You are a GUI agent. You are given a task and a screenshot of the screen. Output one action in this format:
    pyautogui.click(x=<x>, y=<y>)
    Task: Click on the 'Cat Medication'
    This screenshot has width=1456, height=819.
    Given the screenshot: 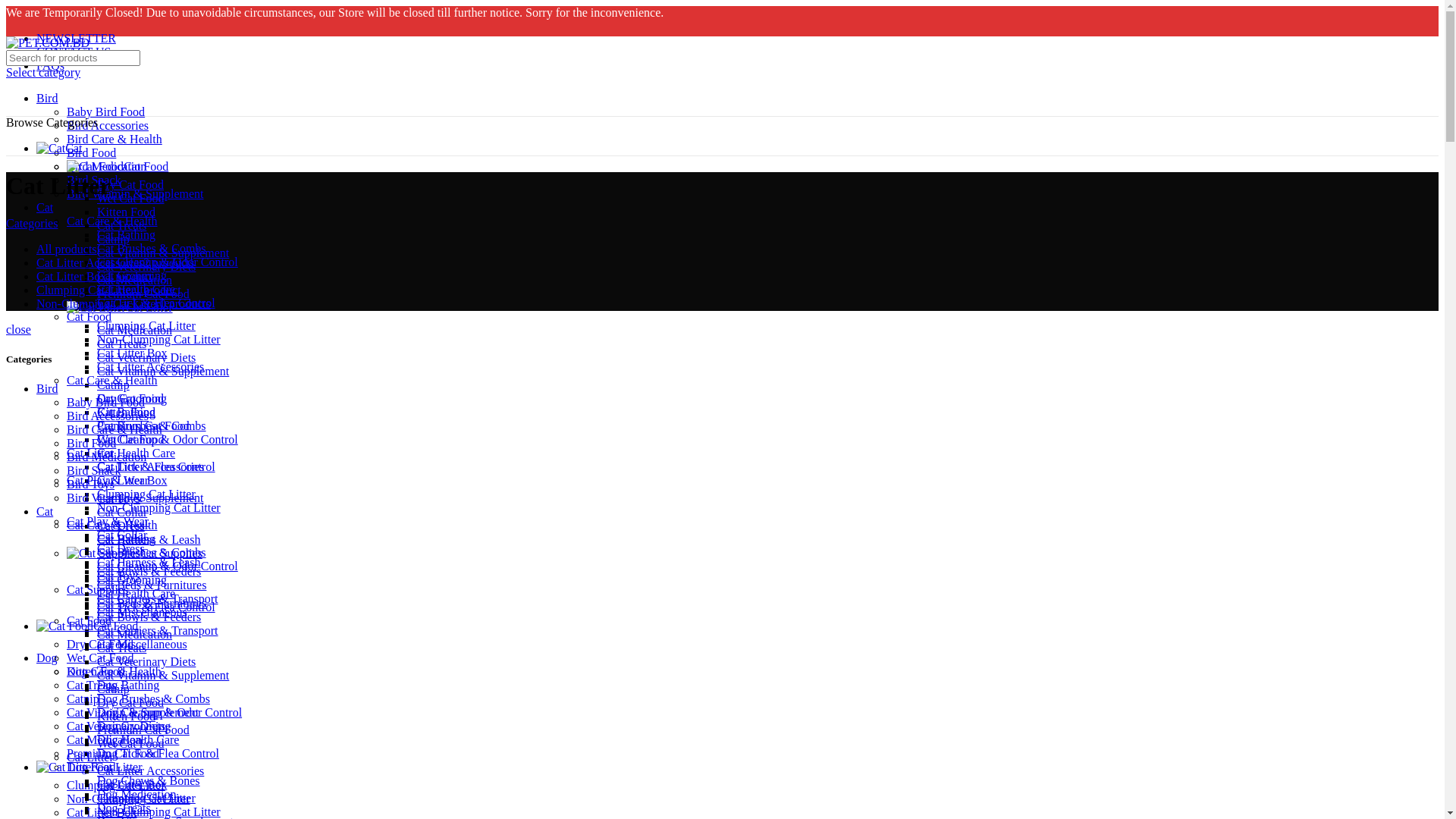 What is the action you would take?
    pyautogui.click(x=134, y=329)
    